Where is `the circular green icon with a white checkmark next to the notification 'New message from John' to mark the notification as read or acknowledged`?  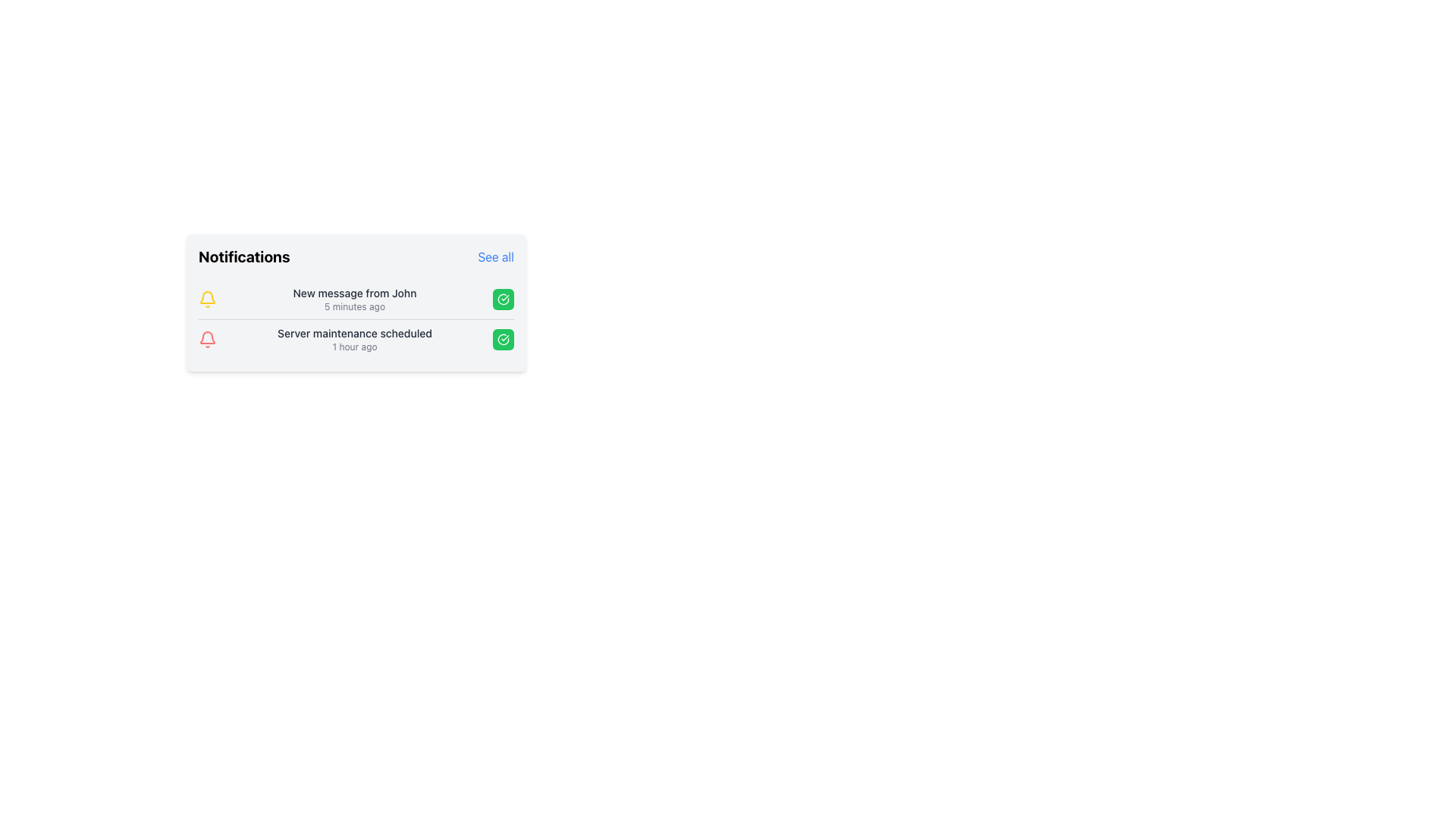
the circular green icon with a white checkmark next to the notification 'New message from John' to mark the notification as read or acknowledged is located at coordinates (503, 338).